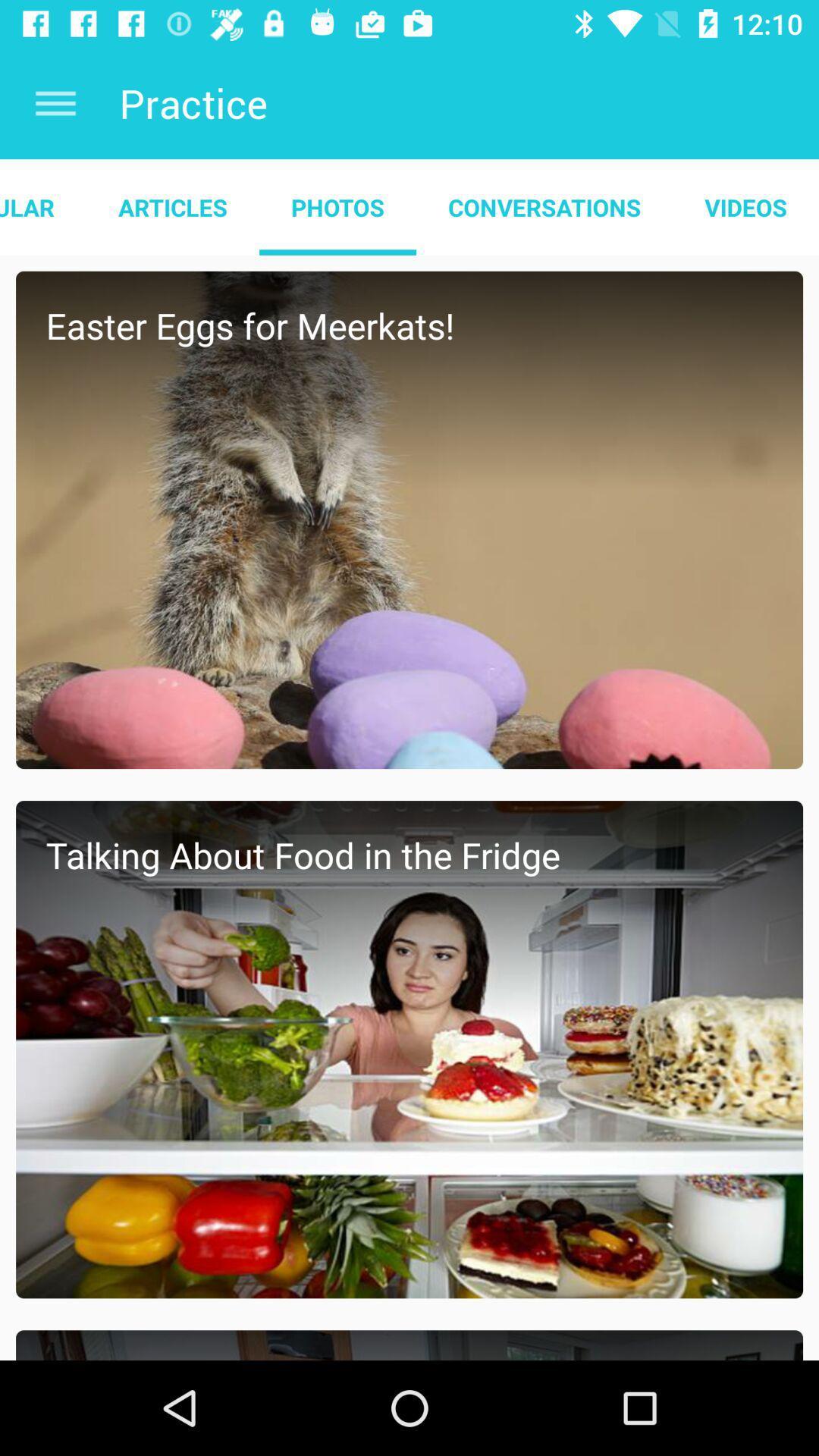  I want to click on item above the popular app, so click(55, 102).